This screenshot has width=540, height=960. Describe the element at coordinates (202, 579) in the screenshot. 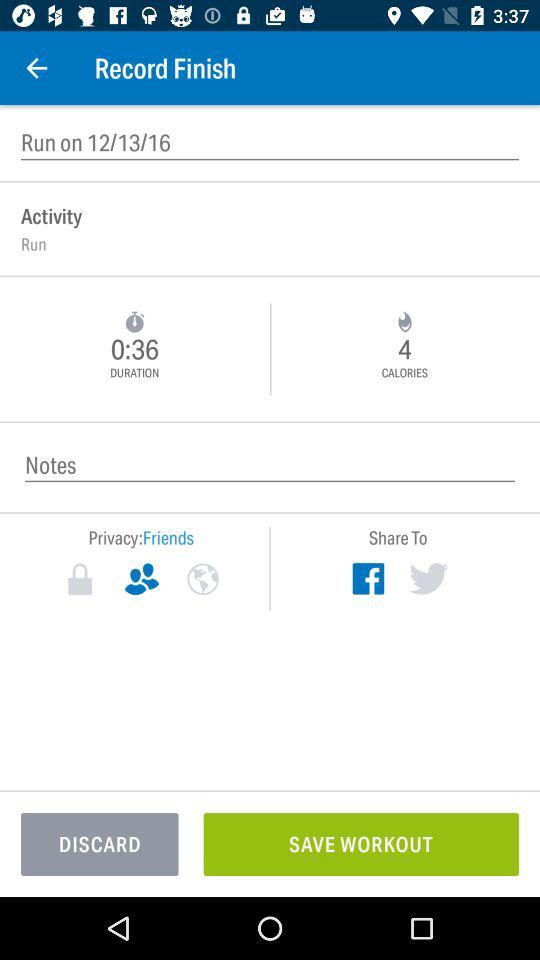

I see `exchange privacy for content to be viewed by everyone` at that location.